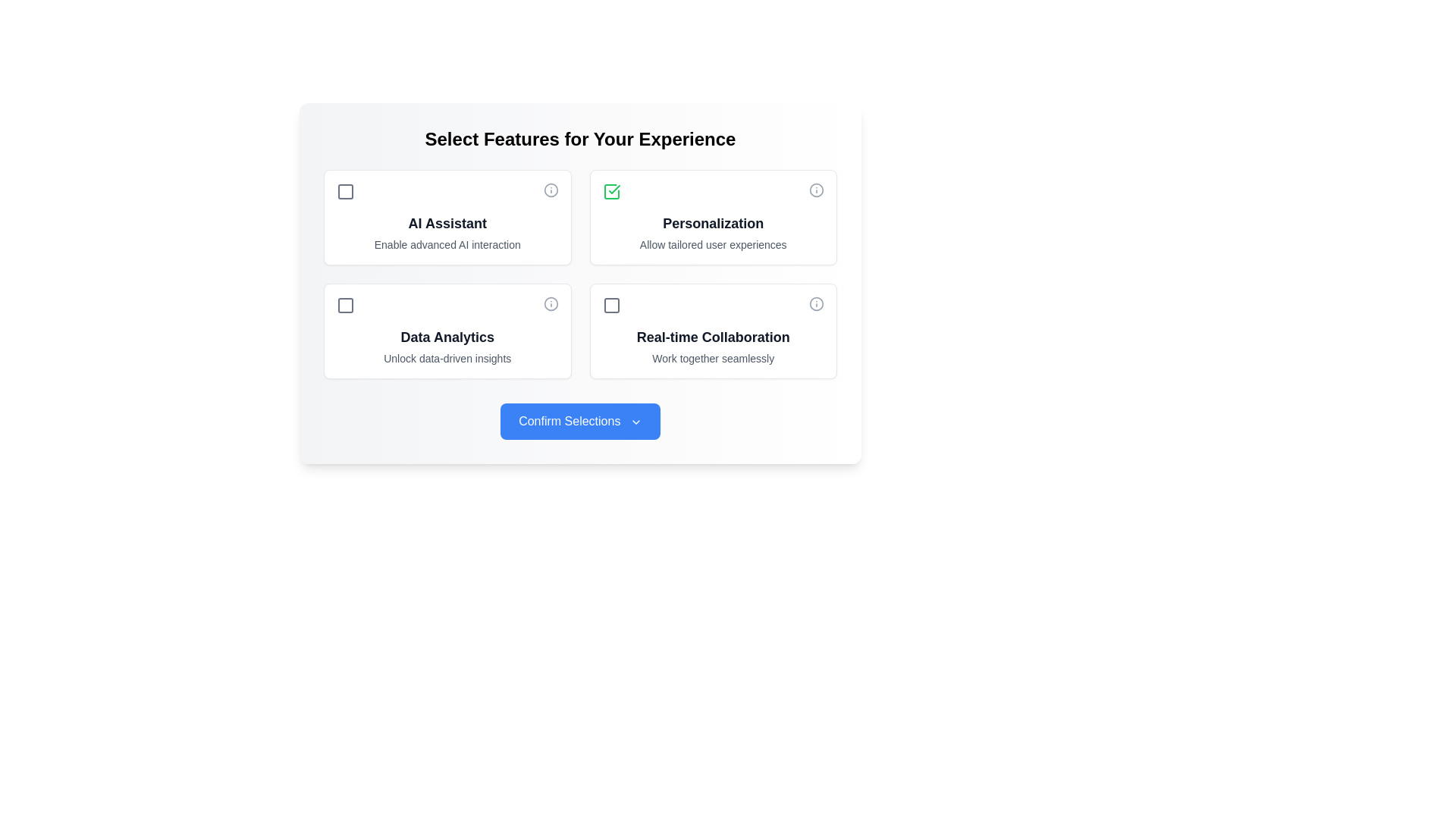 The image size is (1456, 819). I want to click on descriptive text about the 'AI Assistant' feature located below the 'AI Assistant' title within its card, so click(447, 244).